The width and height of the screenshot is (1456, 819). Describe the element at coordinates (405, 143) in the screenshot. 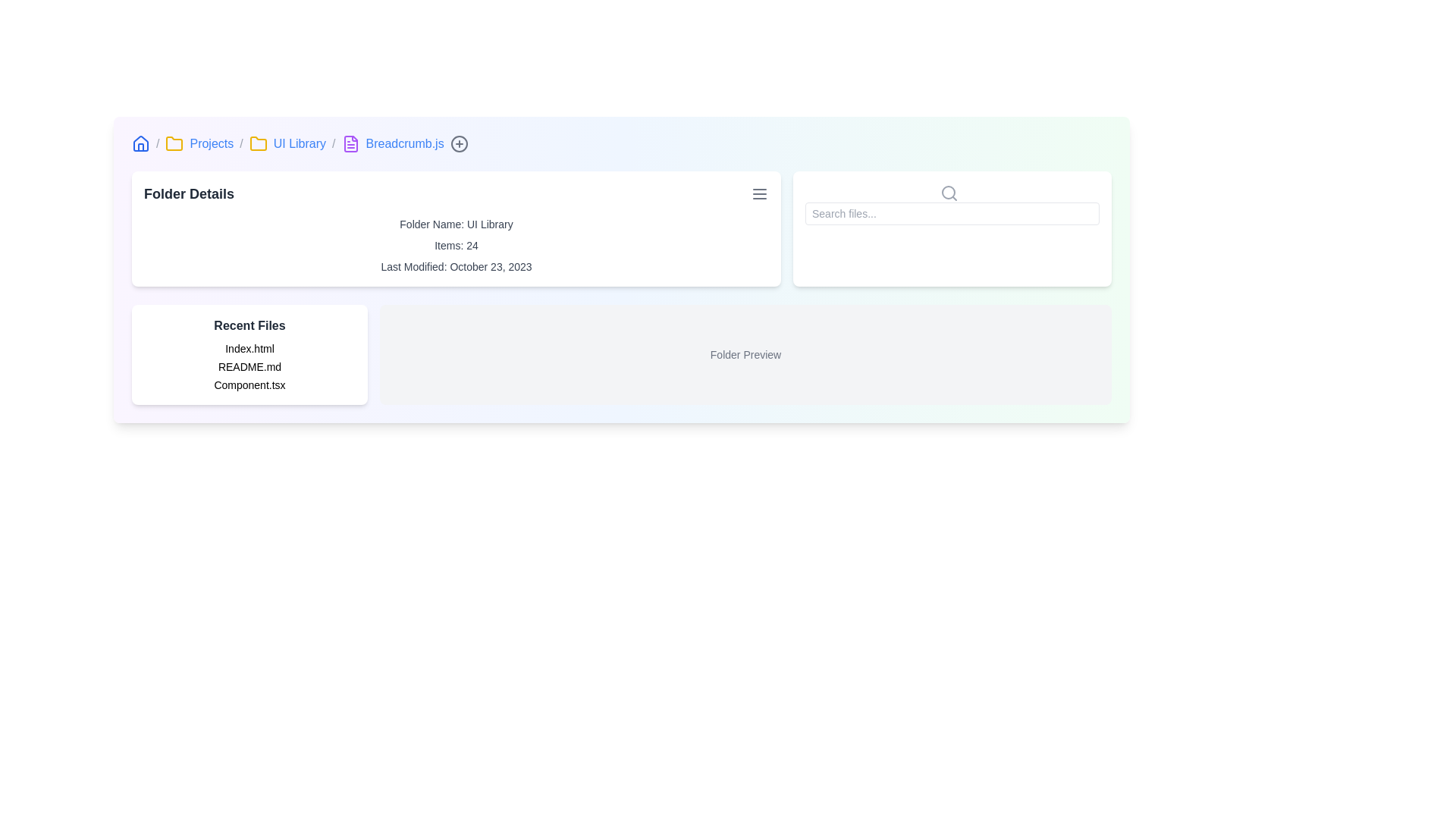

I see `the text label displaying 'Breadcrumb.js', styled in blue, located as the last clickable segment of the breadcrumb navigation bar` at that location.